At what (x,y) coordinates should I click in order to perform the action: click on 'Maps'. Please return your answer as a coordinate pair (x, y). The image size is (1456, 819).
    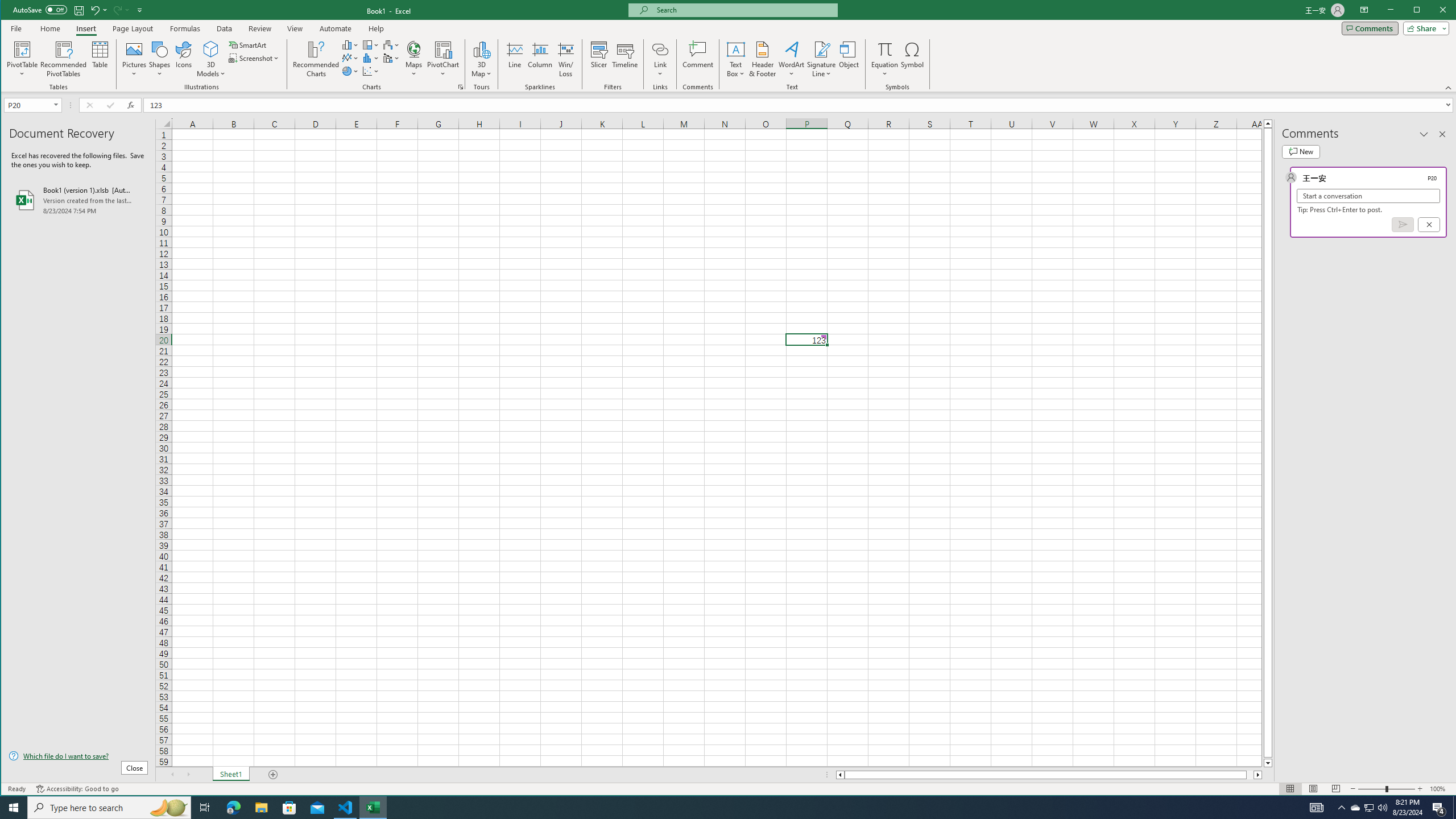
    Looking at the image, I should click on (413, 59).